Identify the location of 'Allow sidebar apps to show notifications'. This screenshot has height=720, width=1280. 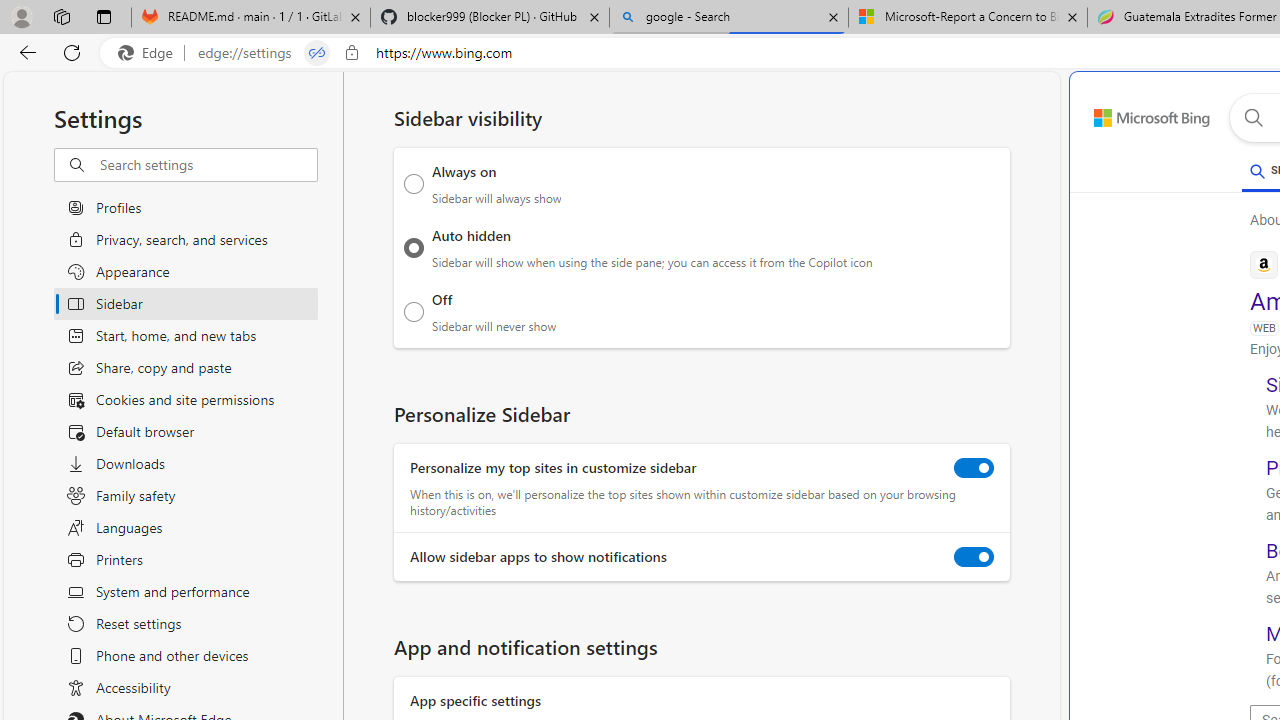
(974, 557).